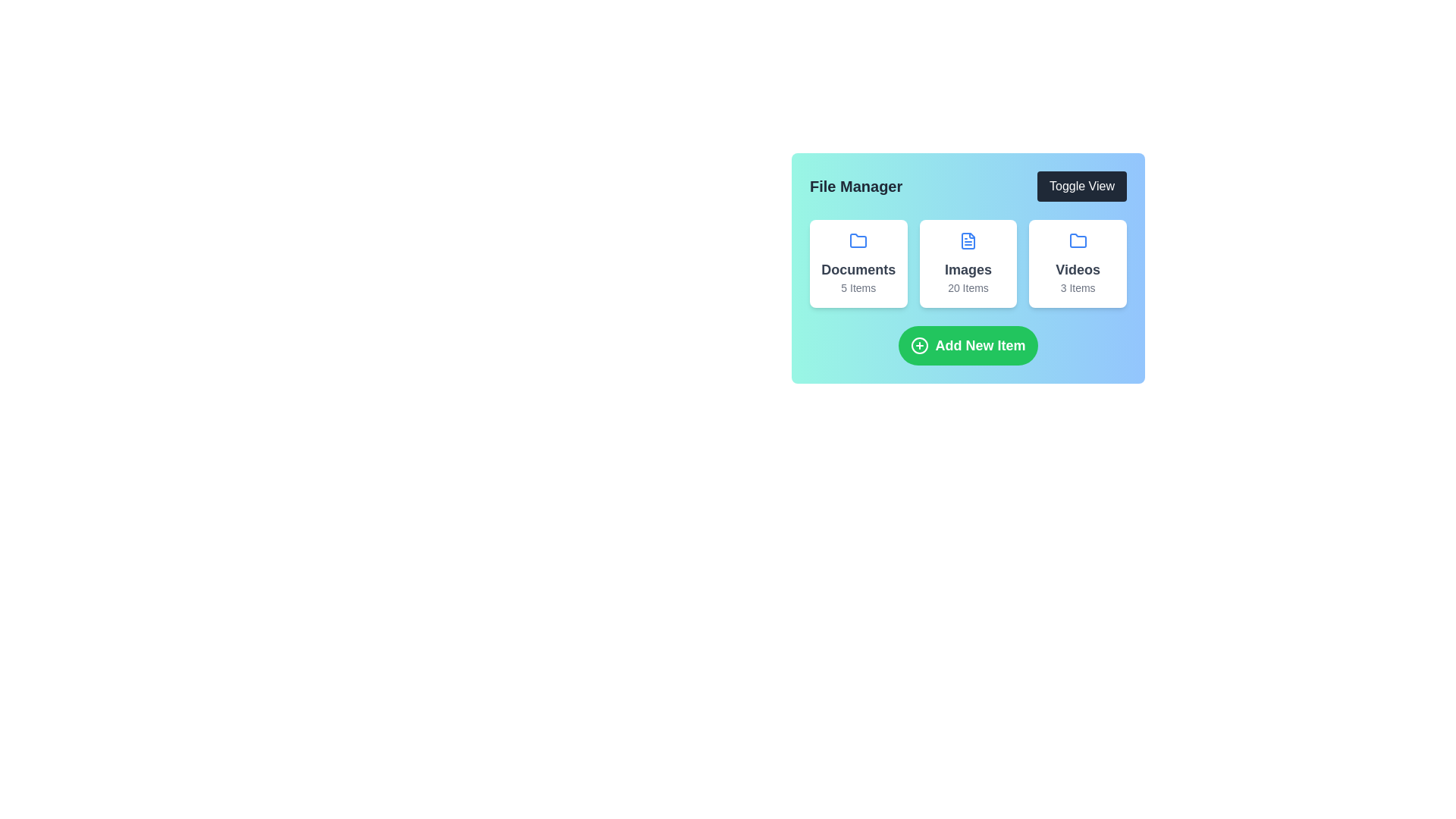  What do you see at coordinates (967, 345) in the screenshot?
I see `the green rounded rectangular button labeled 'Add New Item' for accessibility` at bounding box center [967, 345].